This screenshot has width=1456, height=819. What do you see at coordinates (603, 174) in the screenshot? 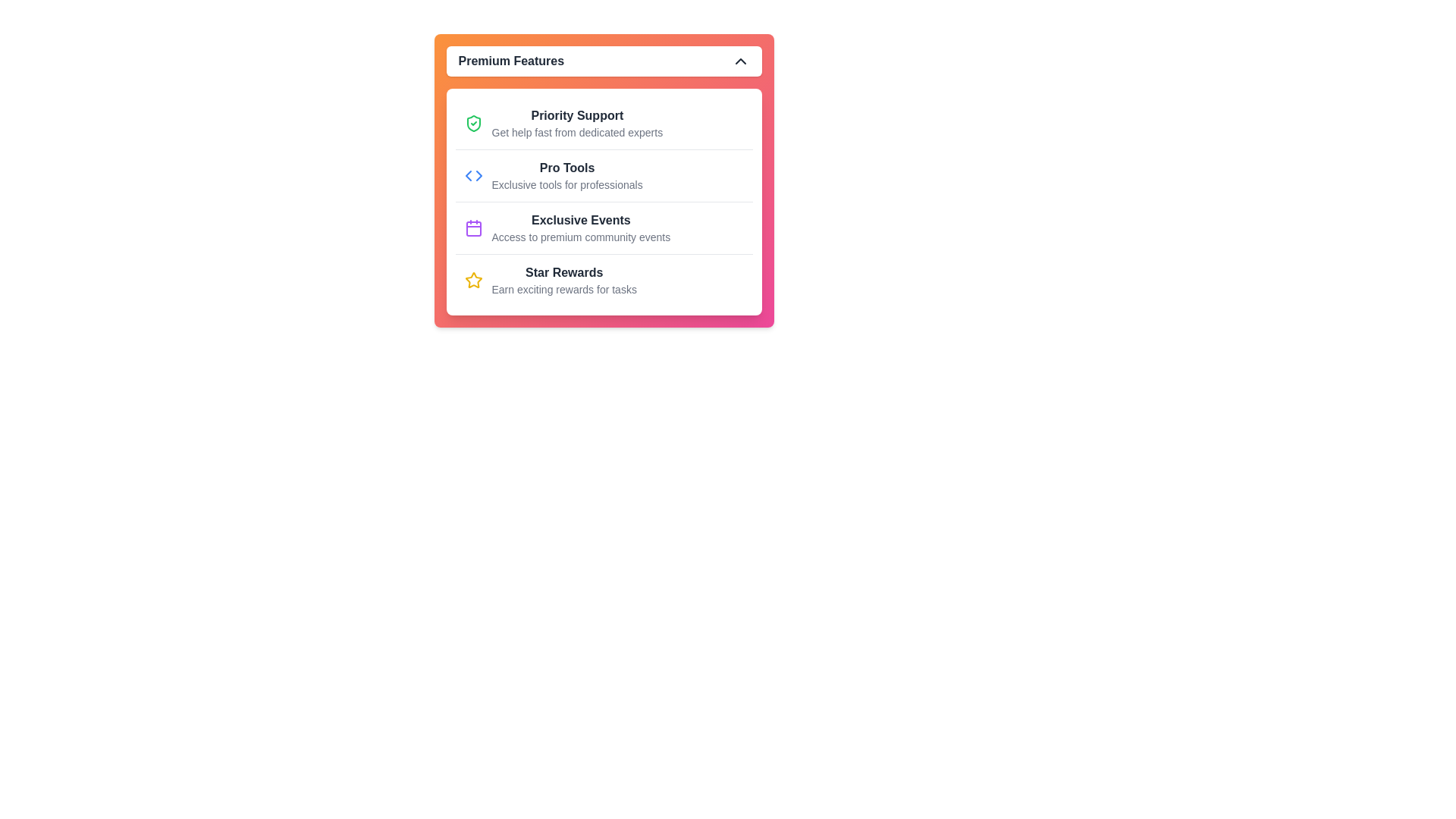
I see `the second list item titled 'Pro Tools' with coding brackets icon in the 'Premium Features' card` at bounding box center [603, 174].